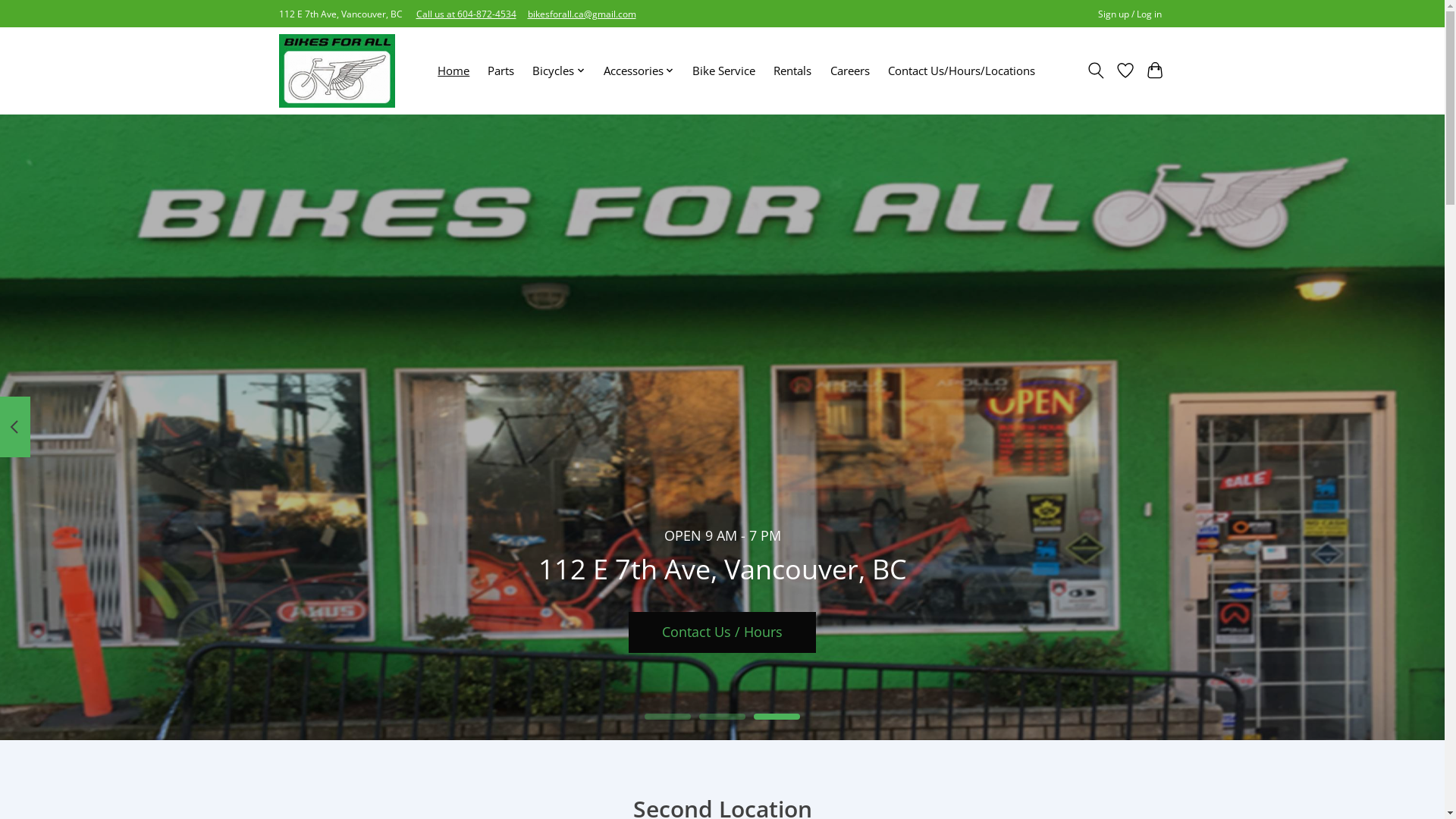  Describe the element at coordinates (848, 71) in the screenshot. I see `'Careers'` at that location.